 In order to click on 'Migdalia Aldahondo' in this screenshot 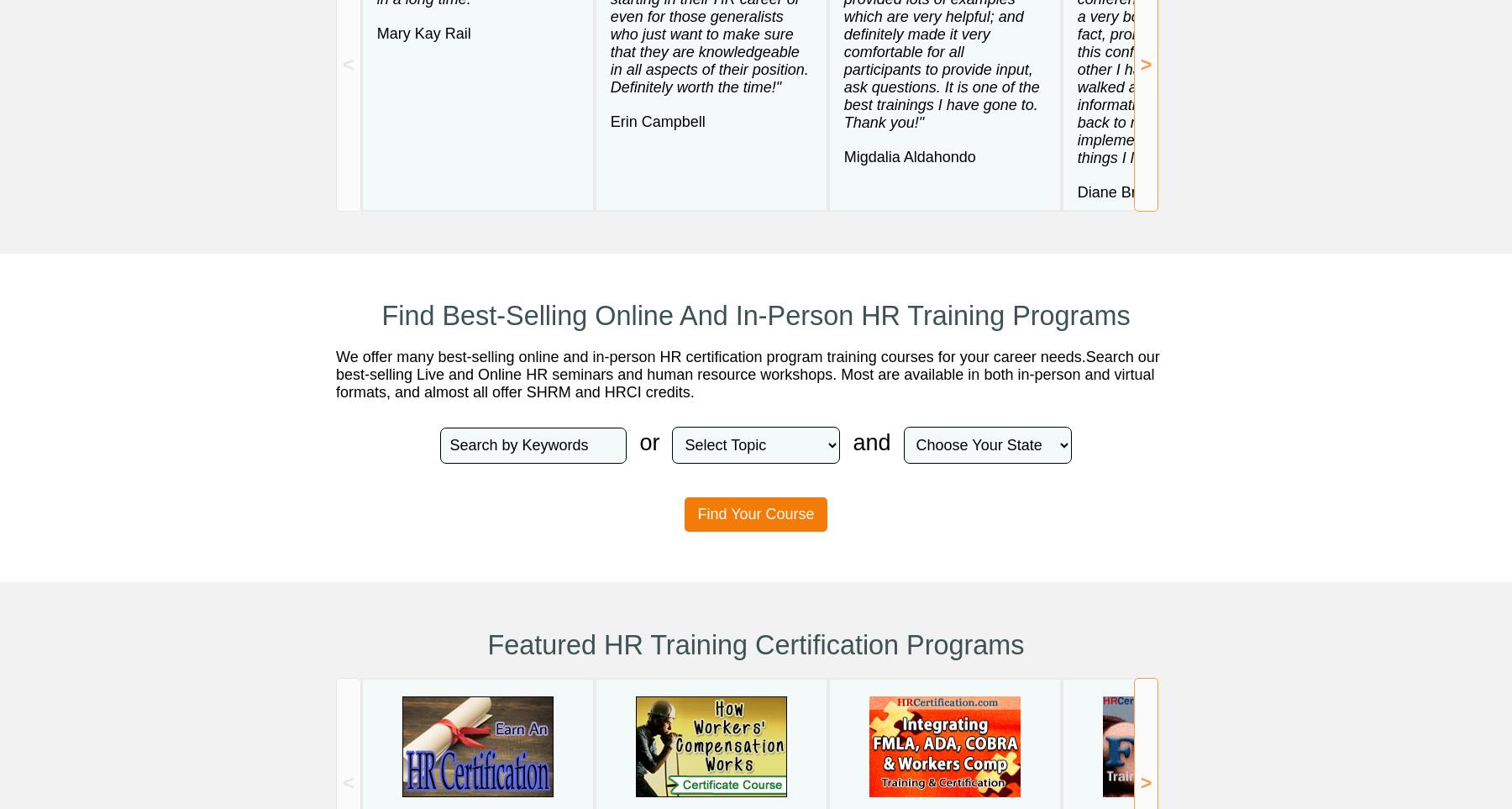, I will do `click(843, 155)`.